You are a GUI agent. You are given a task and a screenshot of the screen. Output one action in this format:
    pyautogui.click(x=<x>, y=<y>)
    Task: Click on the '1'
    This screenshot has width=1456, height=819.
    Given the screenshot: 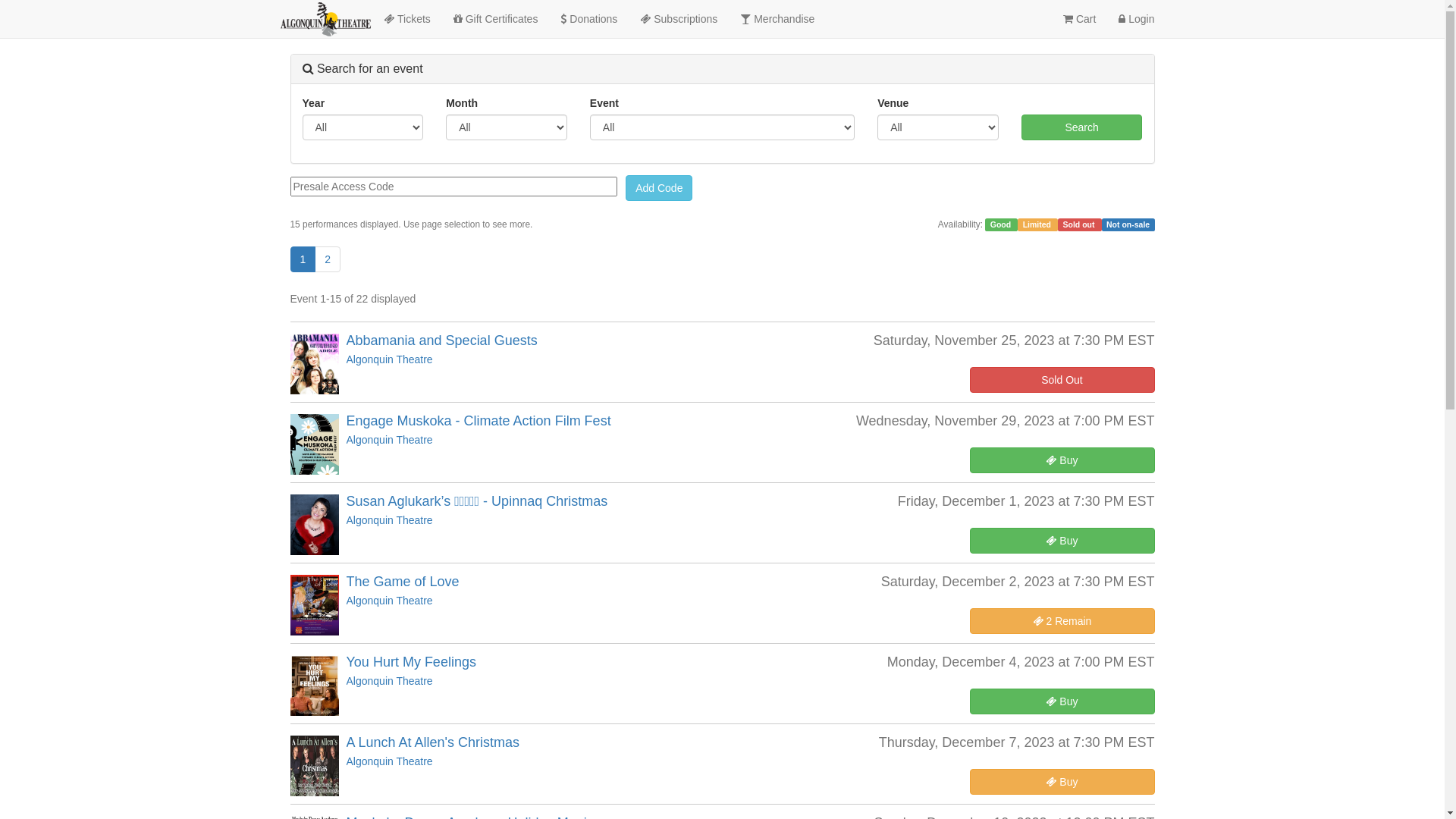 What is the action you would take?
    pyautogui.click(x=302, y=259)
    